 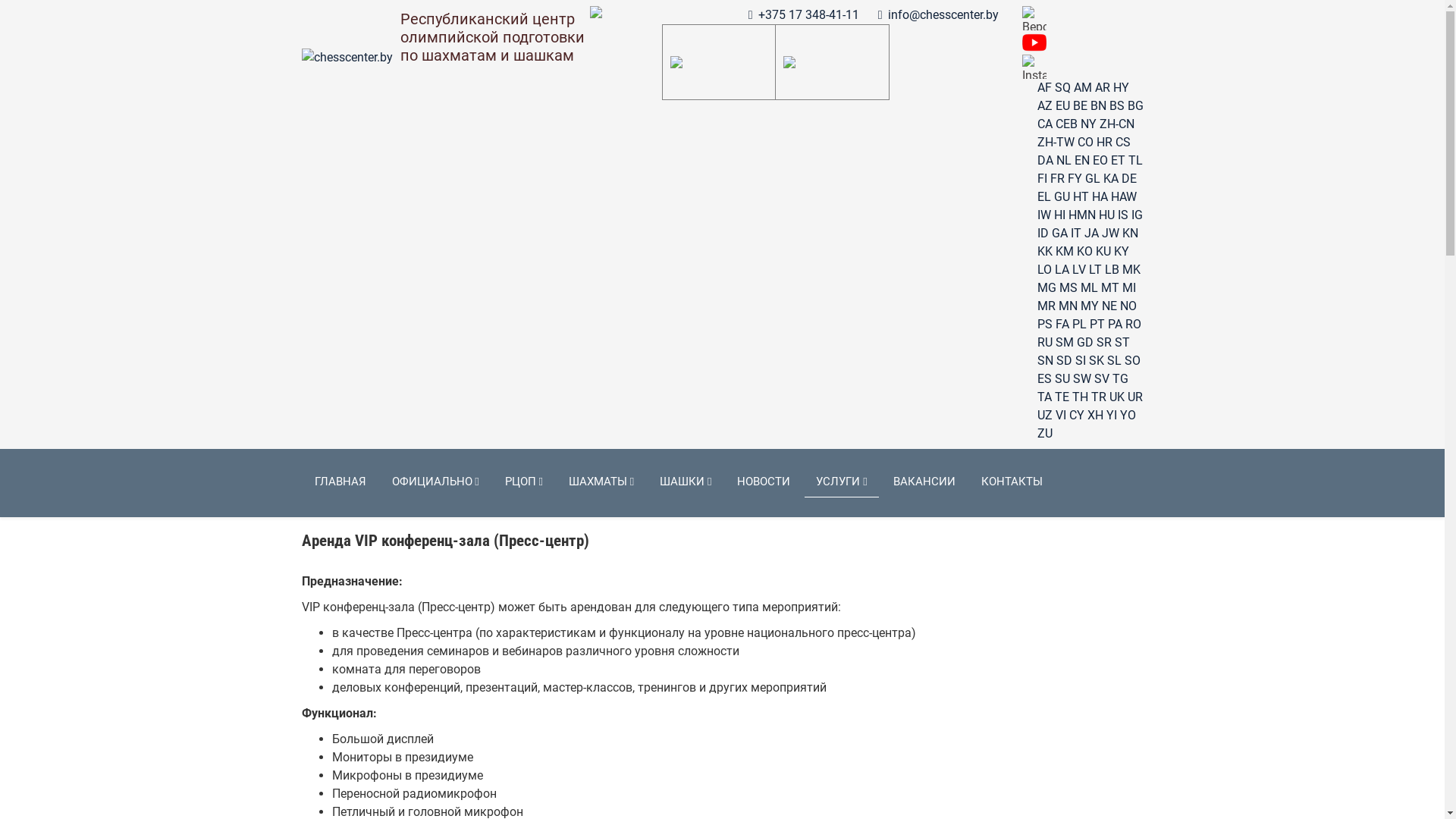 What do you see at coordinates (1106, 215) in the screenshot?
I see `'HU'` at bounding box center [1106, 215].